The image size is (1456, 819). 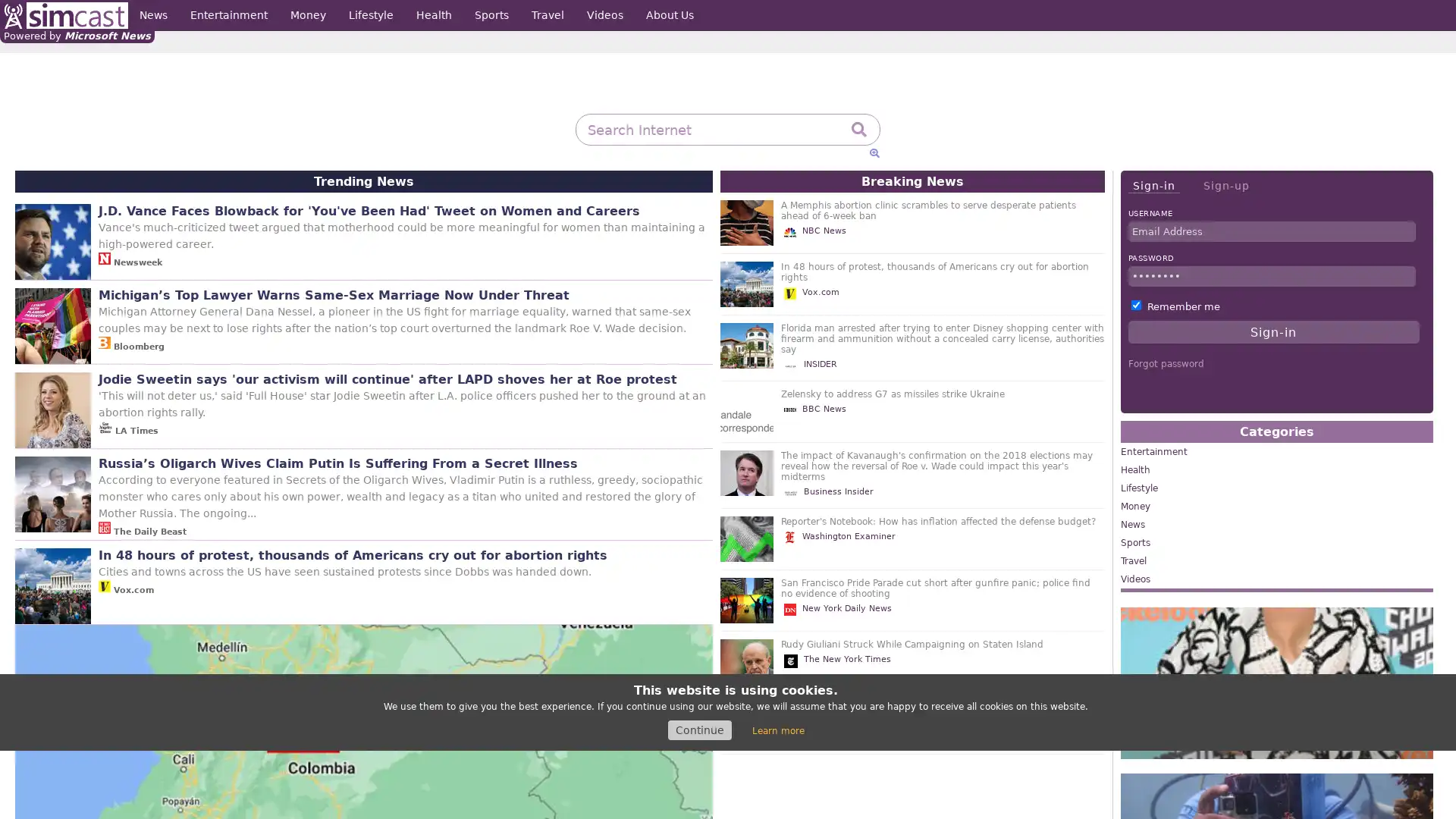 I want to click on Sign-in, so click(x=1273, y=331).